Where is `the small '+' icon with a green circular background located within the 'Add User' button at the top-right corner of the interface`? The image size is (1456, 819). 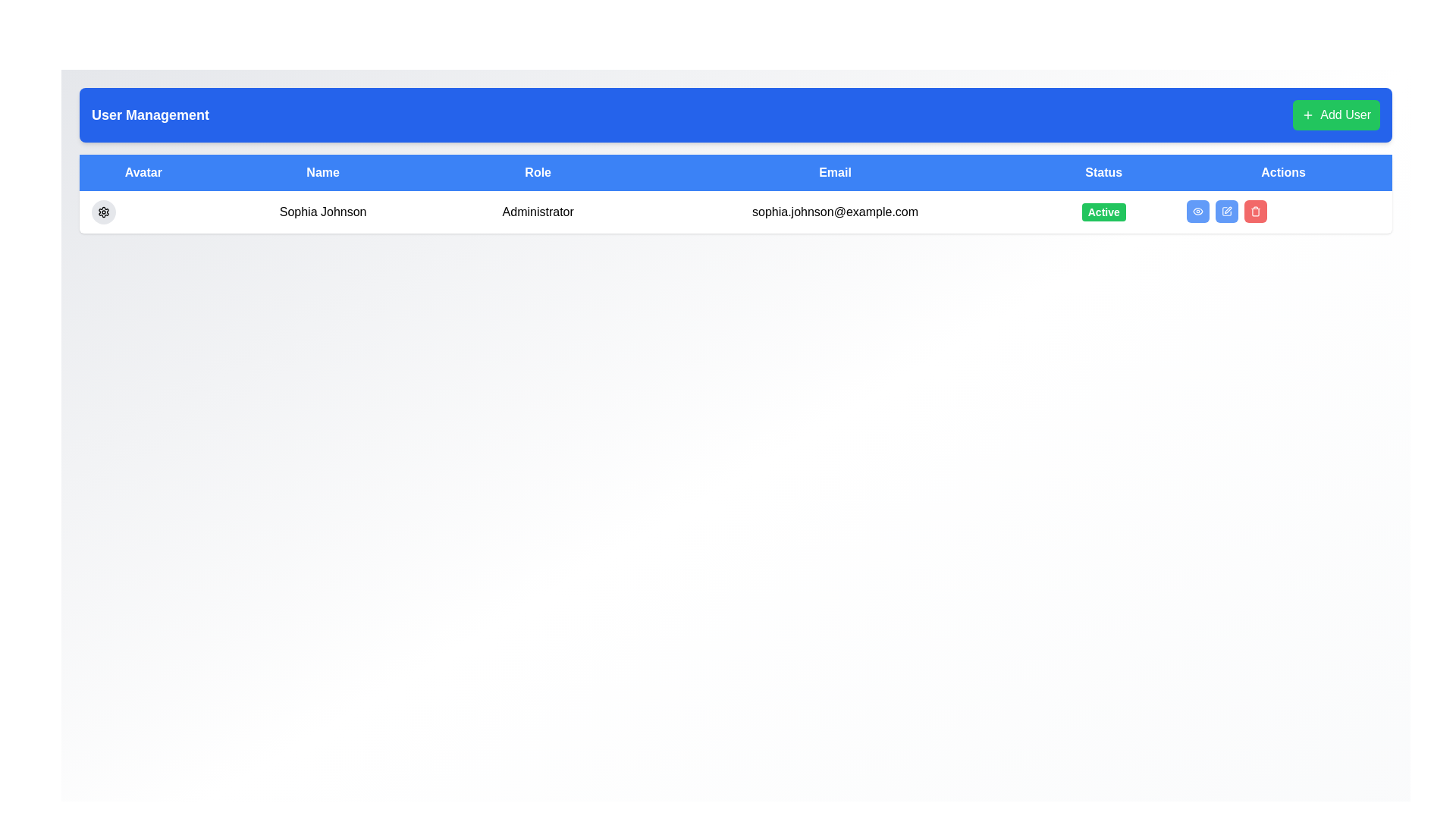
the small '+' icon with a green circular background located within the 'Add User' button at the top-right corner of the interface is located at coordinates (1307, 114).